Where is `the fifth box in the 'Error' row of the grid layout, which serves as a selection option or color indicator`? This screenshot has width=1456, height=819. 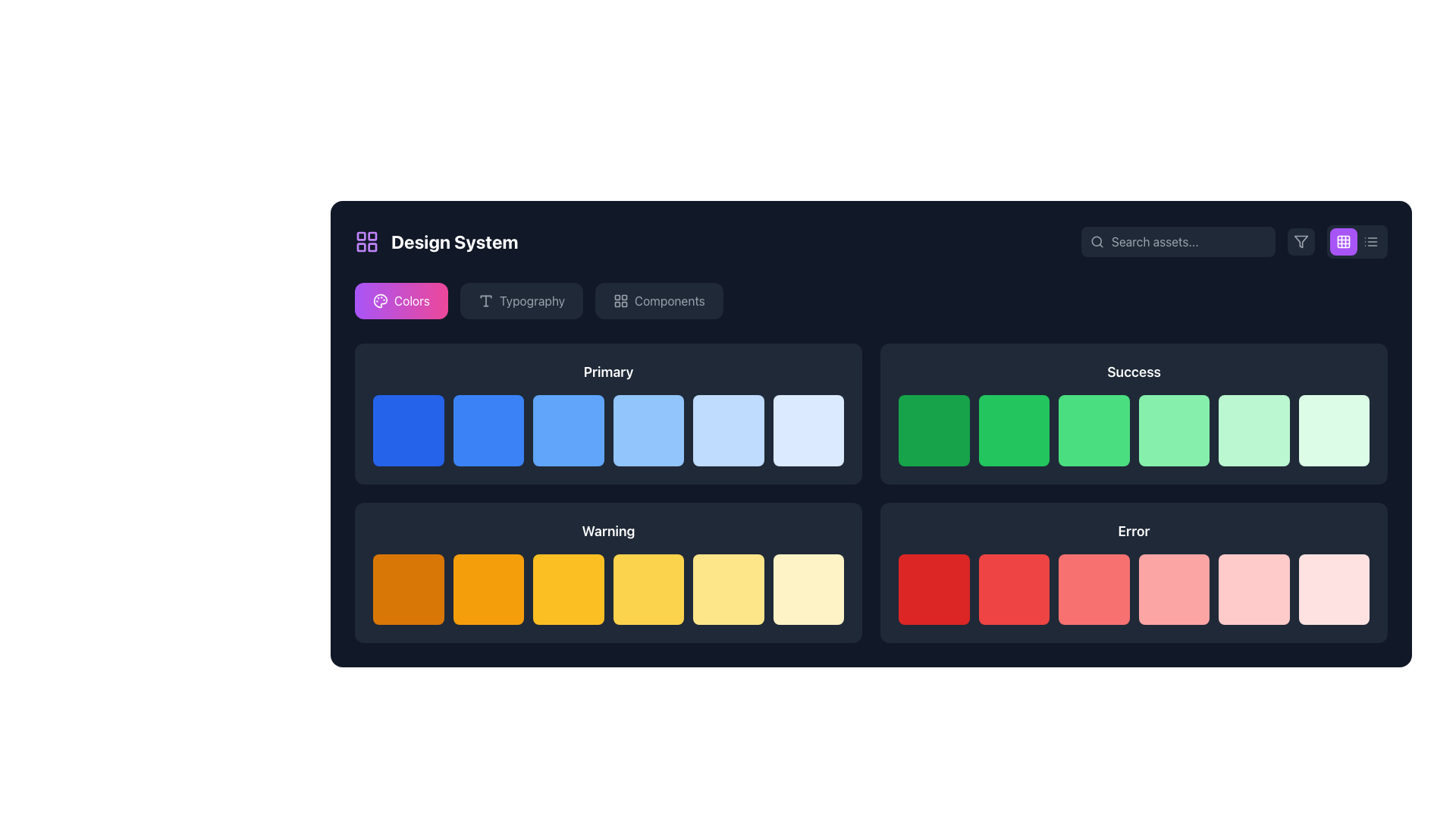 the fifth box in the 'Error' row of the grid layout, which serves as a selection option or color indicator is located at coordinates (1254, 588).